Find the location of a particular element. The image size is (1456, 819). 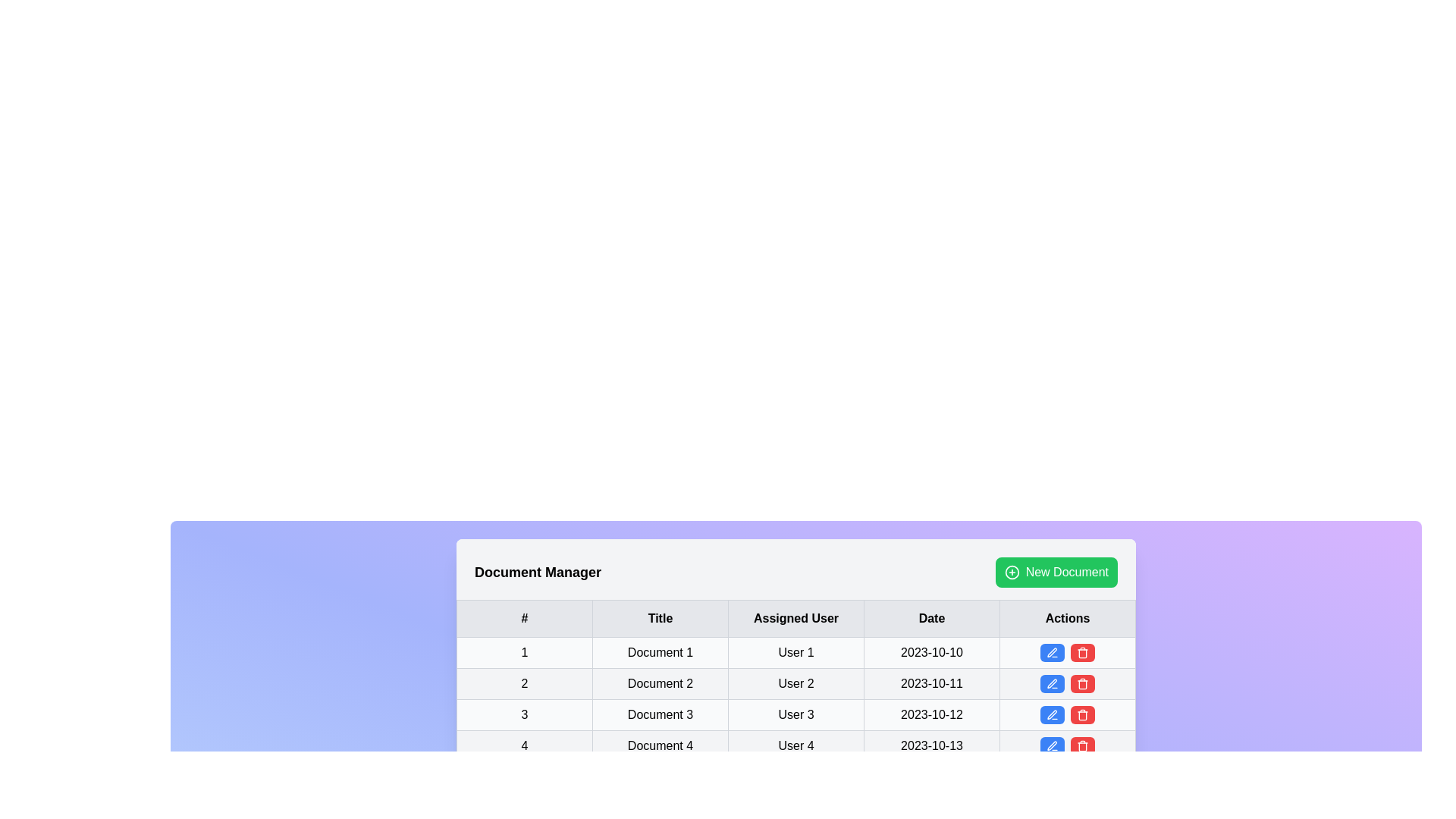

the table cell containing the text '4', which is the first cell in the last row under the column header '#' is located at coordinates (524, 745).